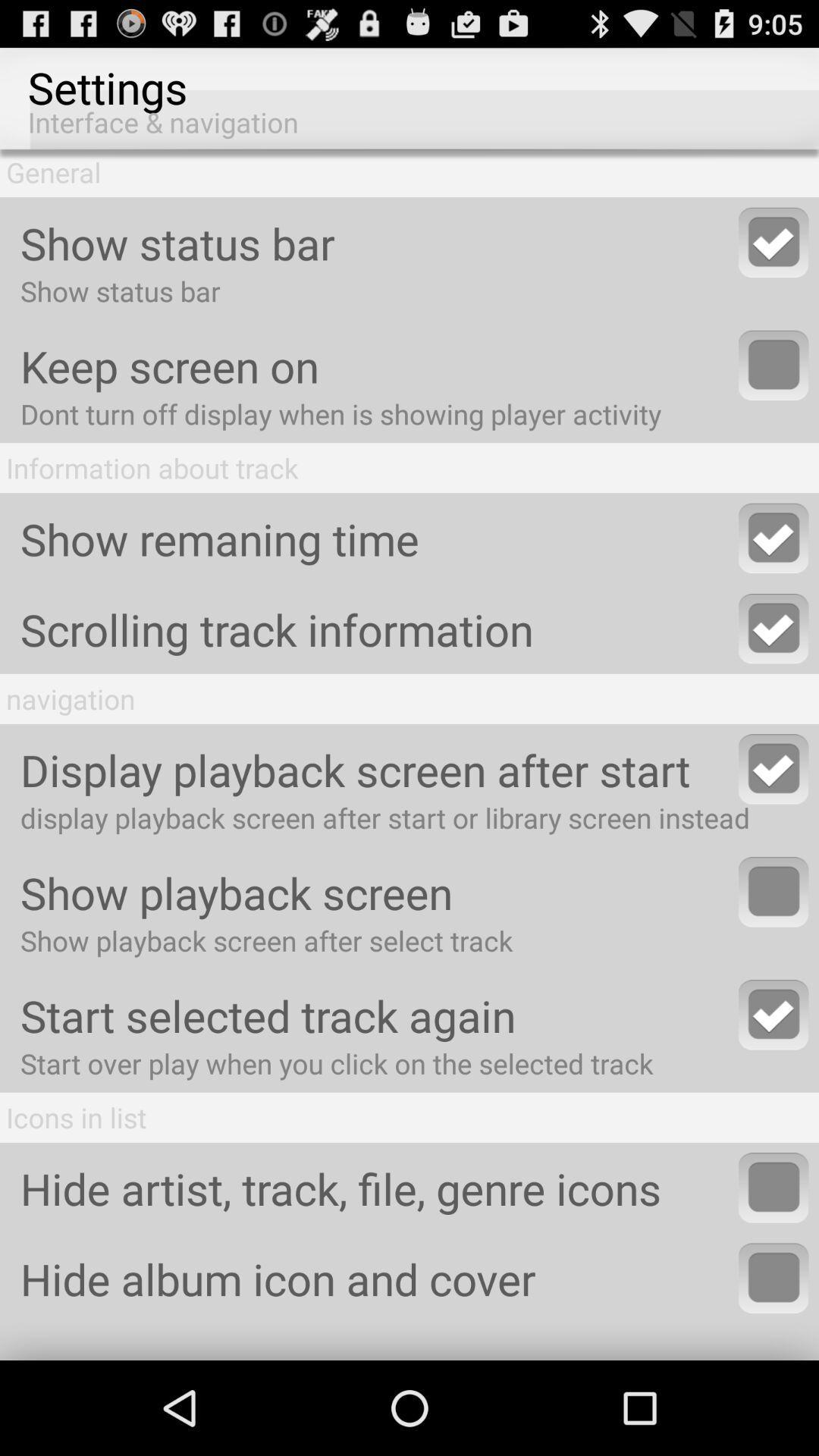 The width and height of the screenshot is (819, 1456). What do you see at coordinates (773, 241) in the screenshot?
I see `show status bar` at bounding box center [773, 241].